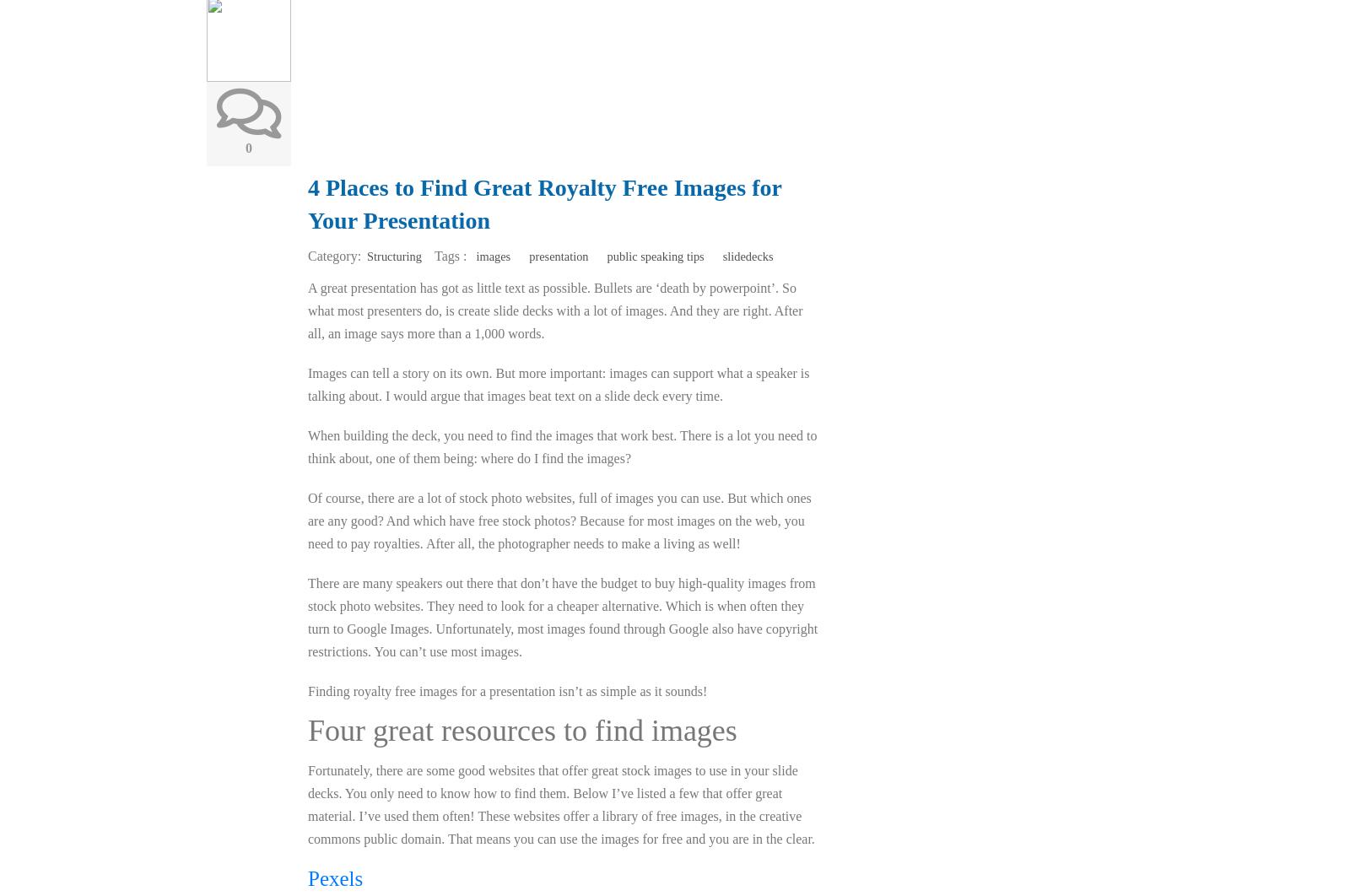 This screenshot has width=1350, height=896. I want to click on 'Structuring', so click(393, 254).